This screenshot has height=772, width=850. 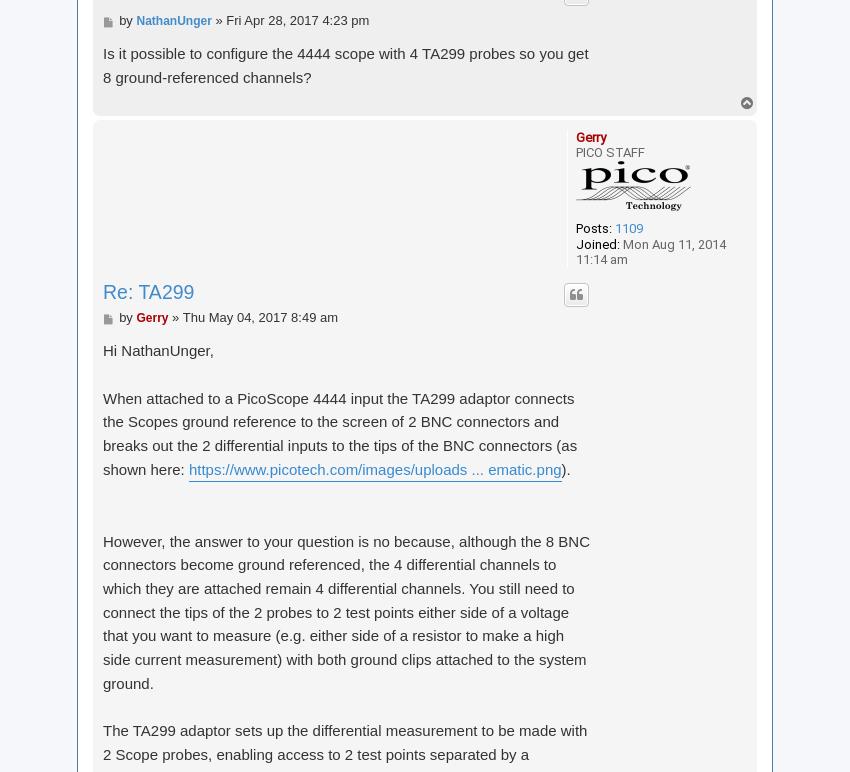 What do you see at coordinates (503, 45) in the screenshot?
I see `'Newsletter'` at bounding box center [503, 45].